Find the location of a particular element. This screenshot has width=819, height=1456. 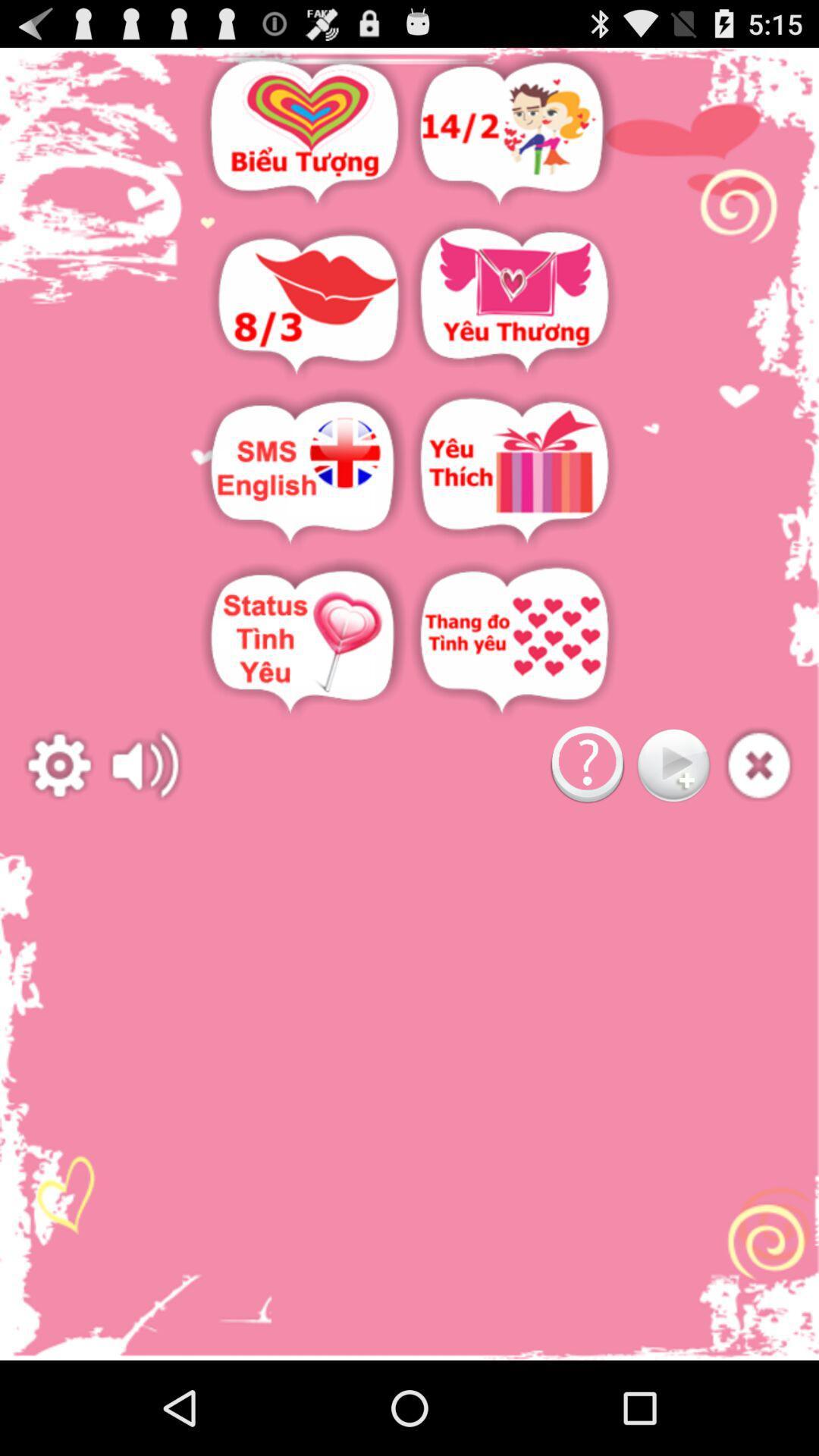

it is a play key is located at coordinates (672, 765).